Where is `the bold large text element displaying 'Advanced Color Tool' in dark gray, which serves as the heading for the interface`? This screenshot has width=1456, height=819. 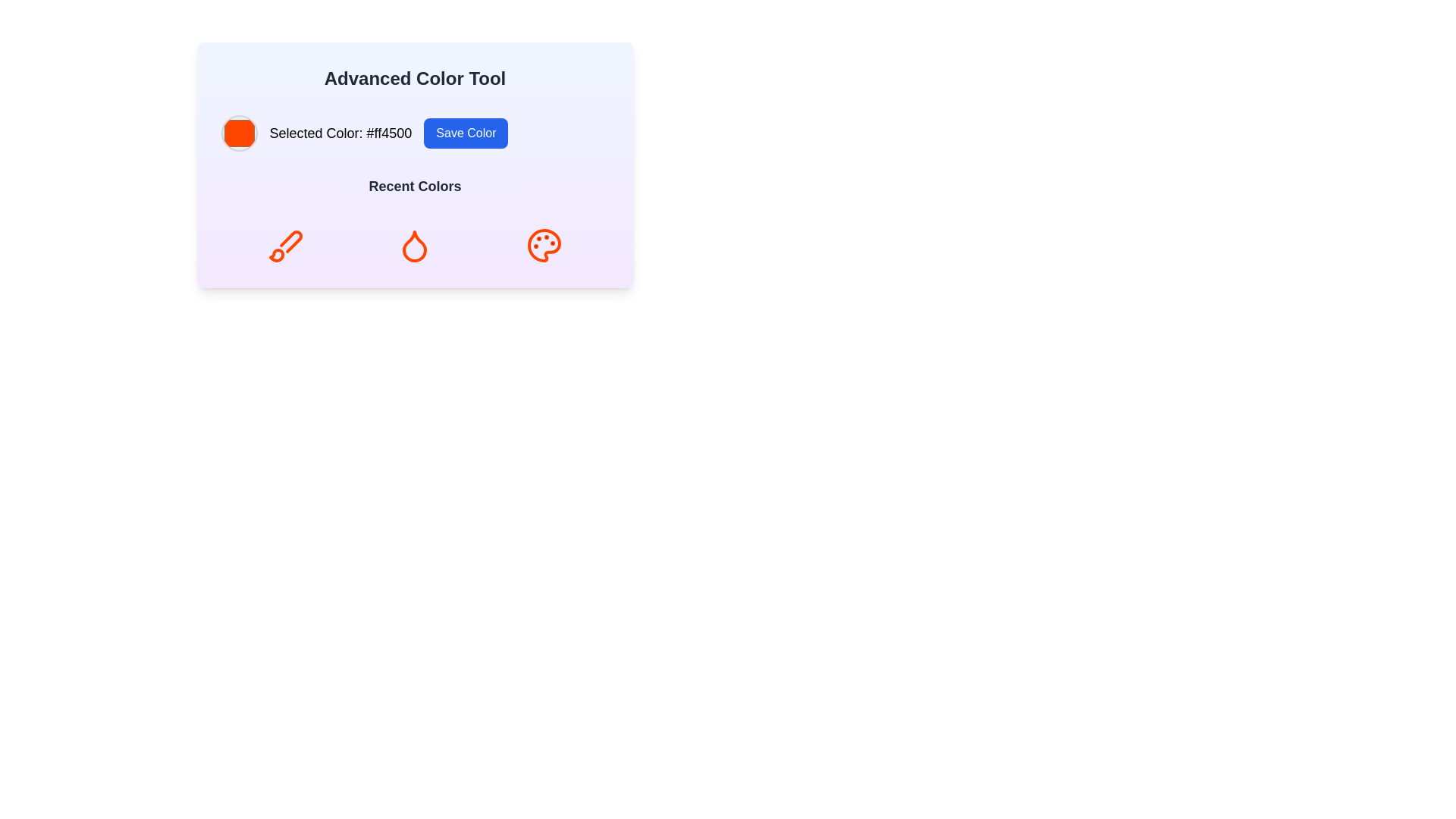 the bold large text element displaying 'Advanced Color Tool' in dark gray, which serves as the heading for the interface is located at coordinates (415, 79).